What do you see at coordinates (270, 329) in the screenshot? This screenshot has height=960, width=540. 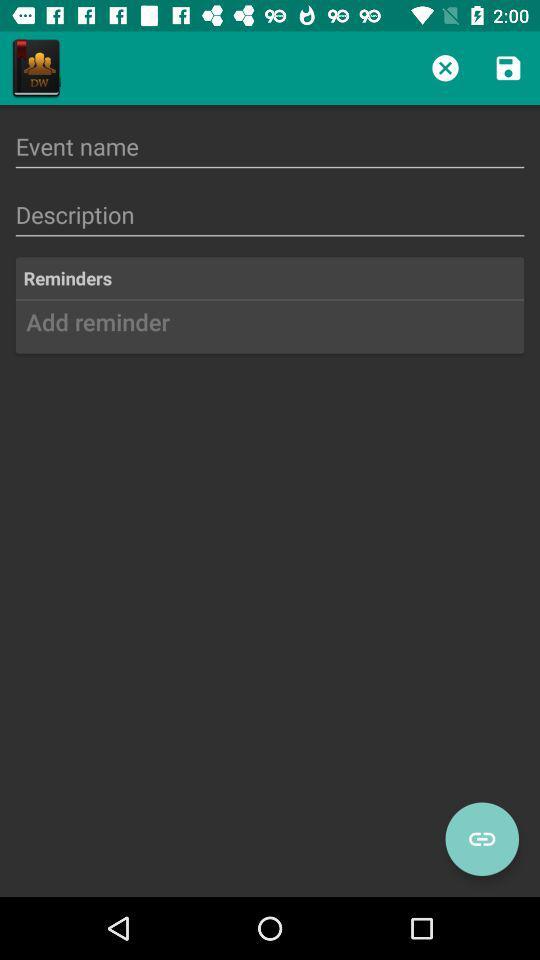 I see `icon below the reminders item` at bounding box center [270, 329].